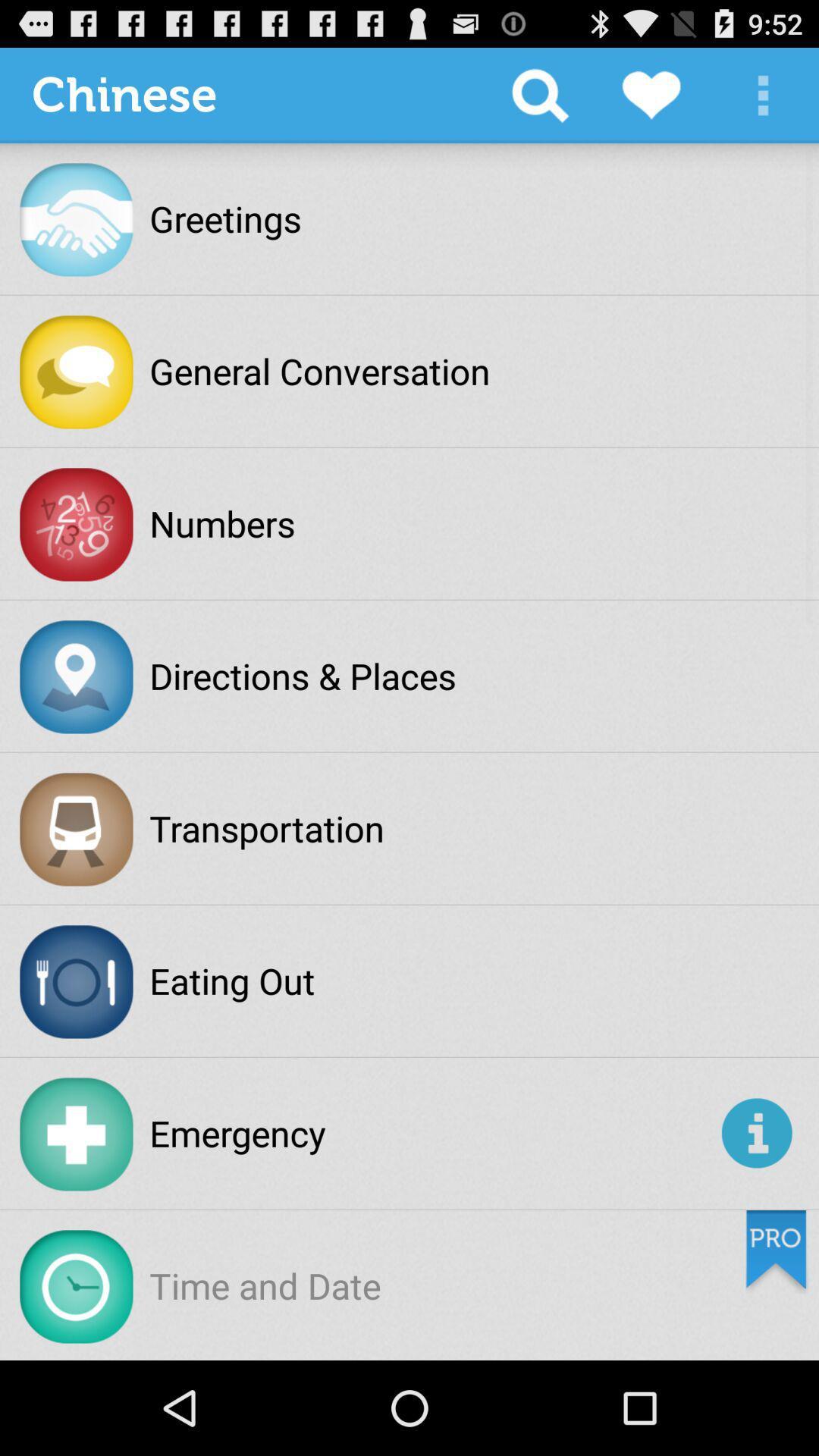 This screenshot has height=1456, width=819. I want to click on the emergency app, so click(432, 1133).